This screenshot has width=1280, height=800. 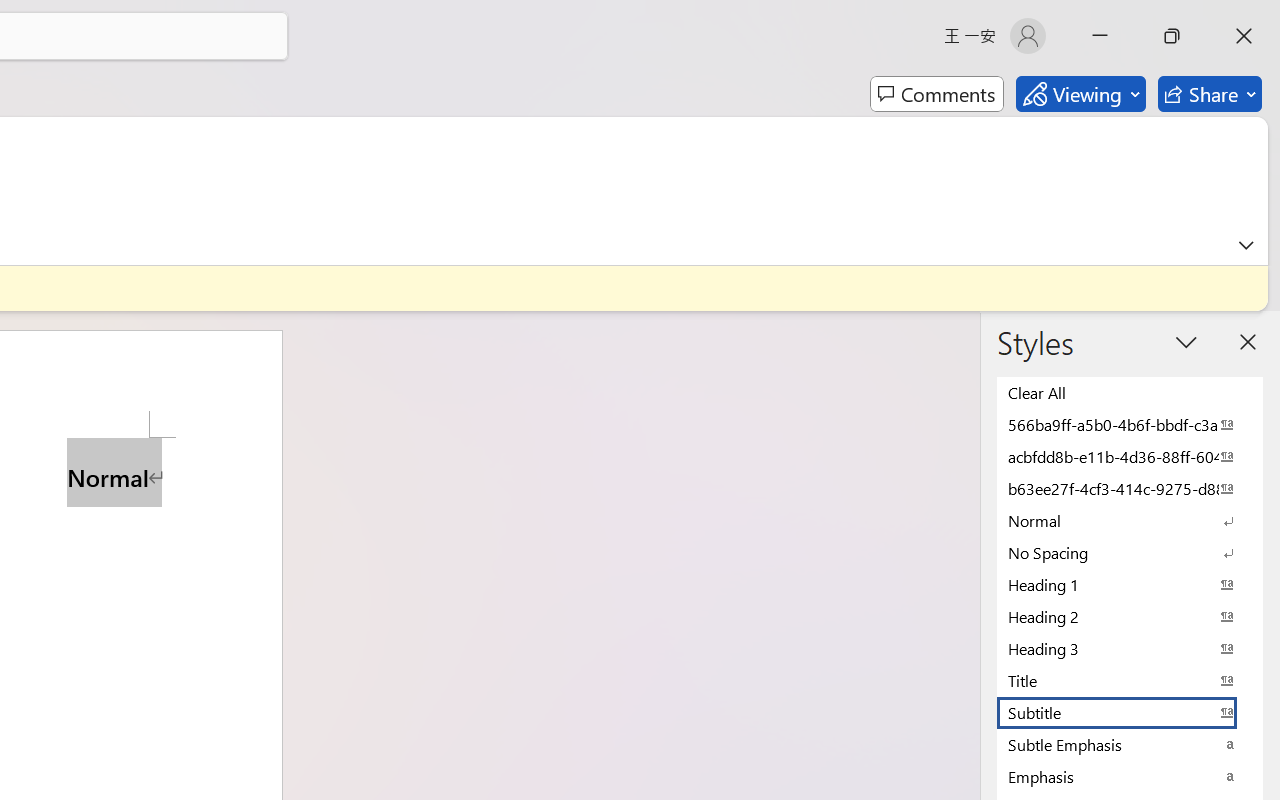 What do you see at coordinates (1130, 744) in the screenshot?
I see `'Subtle Emphasis'` at bounding box center [1130, 744].